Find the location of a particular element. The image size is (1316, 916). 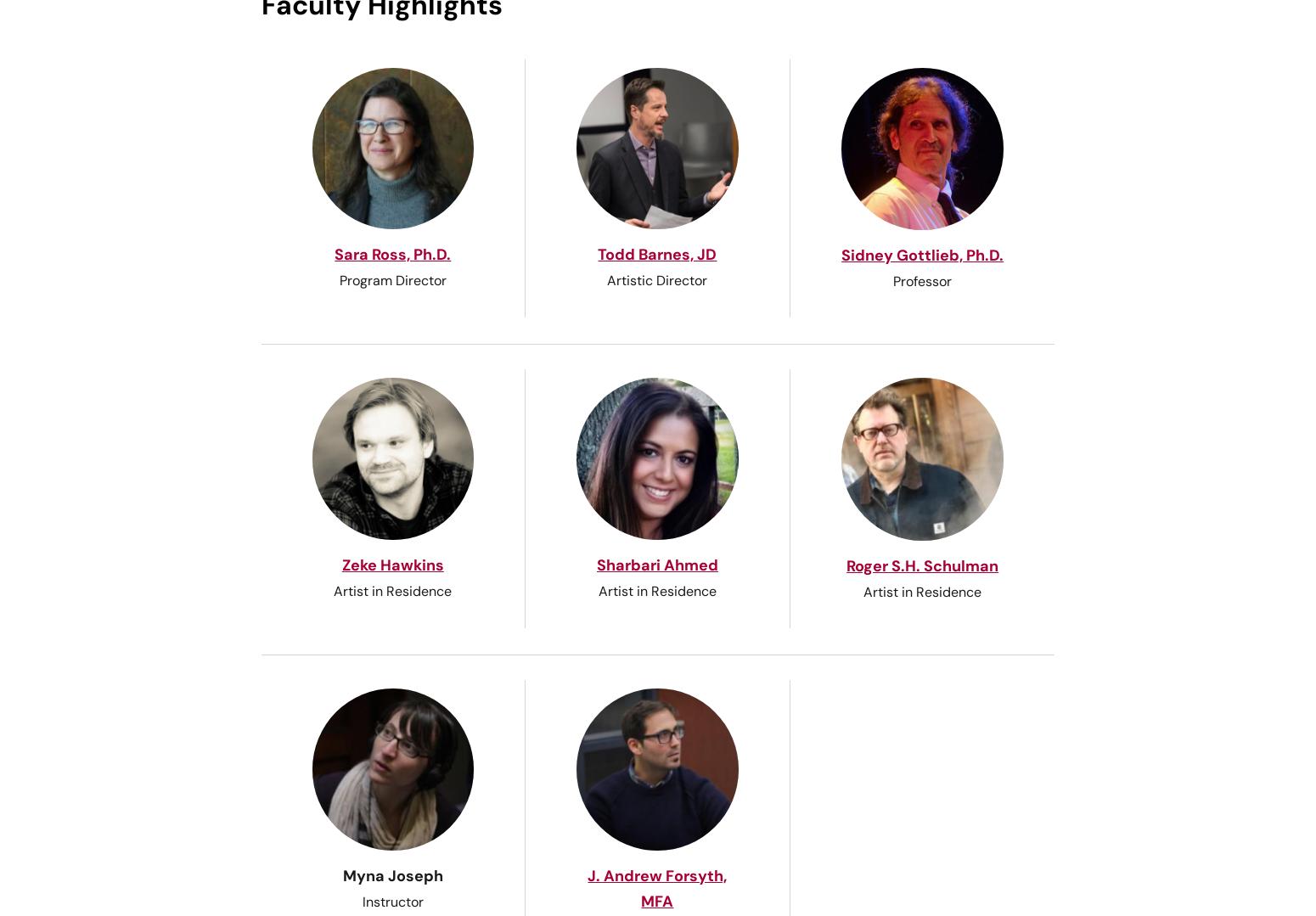

'Sara Ross, Ph.D.' is located at coordinates (335, 253).